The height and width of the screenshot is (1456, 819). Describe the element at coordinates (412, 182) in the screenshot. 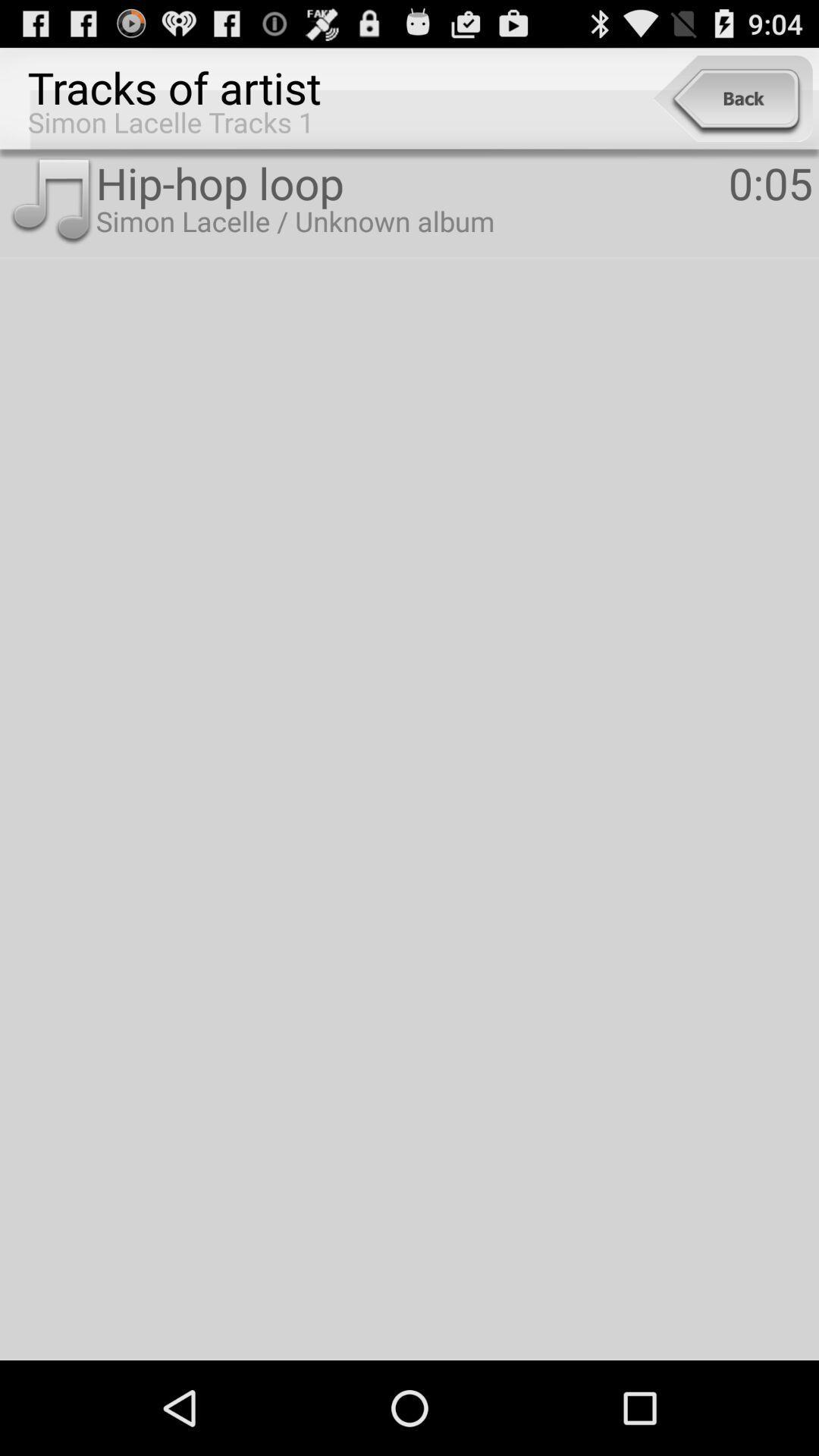

I see `hip-hop loop` at that location.